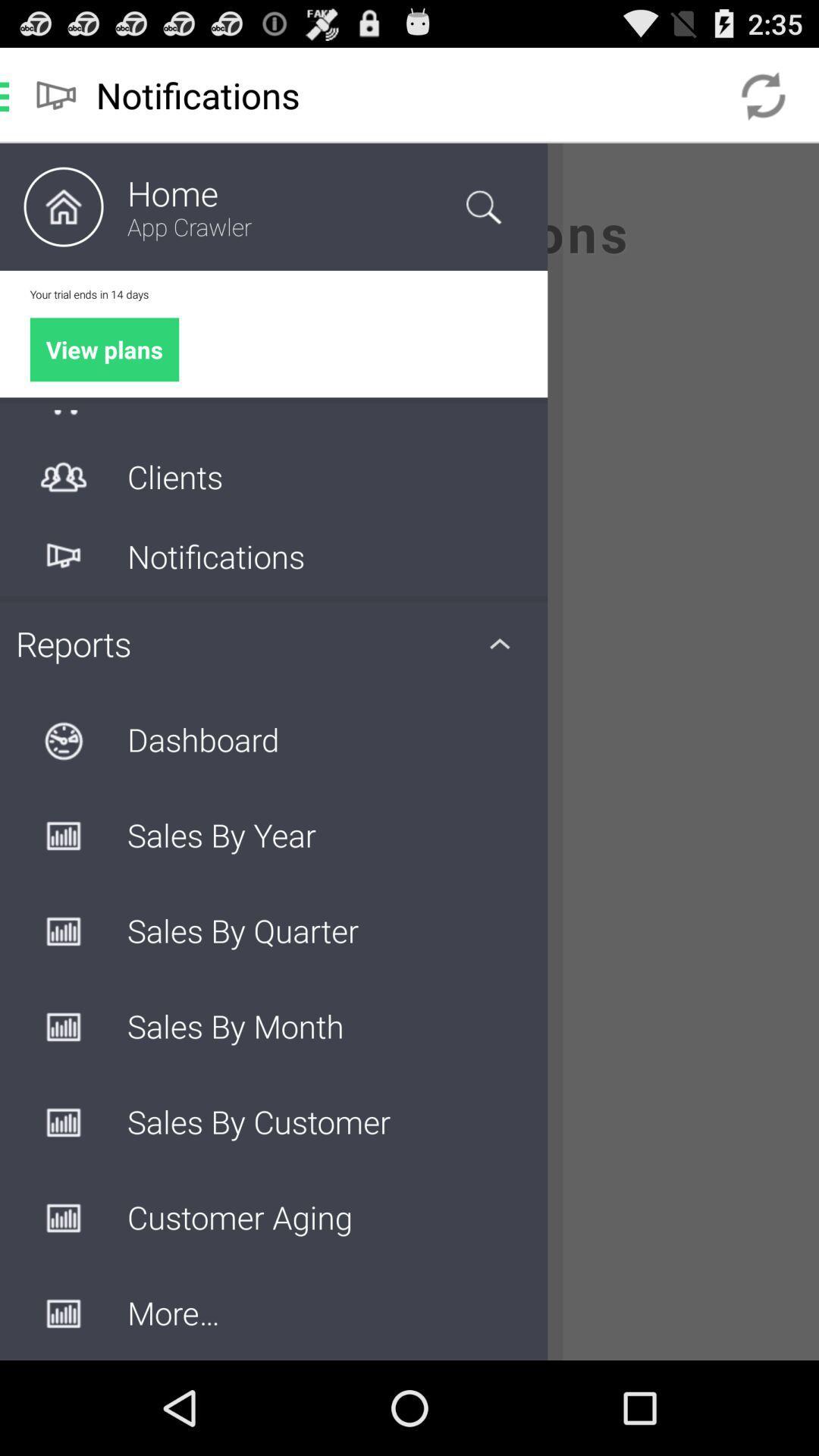  Describe the element at coordinates (500, 644) in the screenshot. I see `the icon right to the reports` at that location.